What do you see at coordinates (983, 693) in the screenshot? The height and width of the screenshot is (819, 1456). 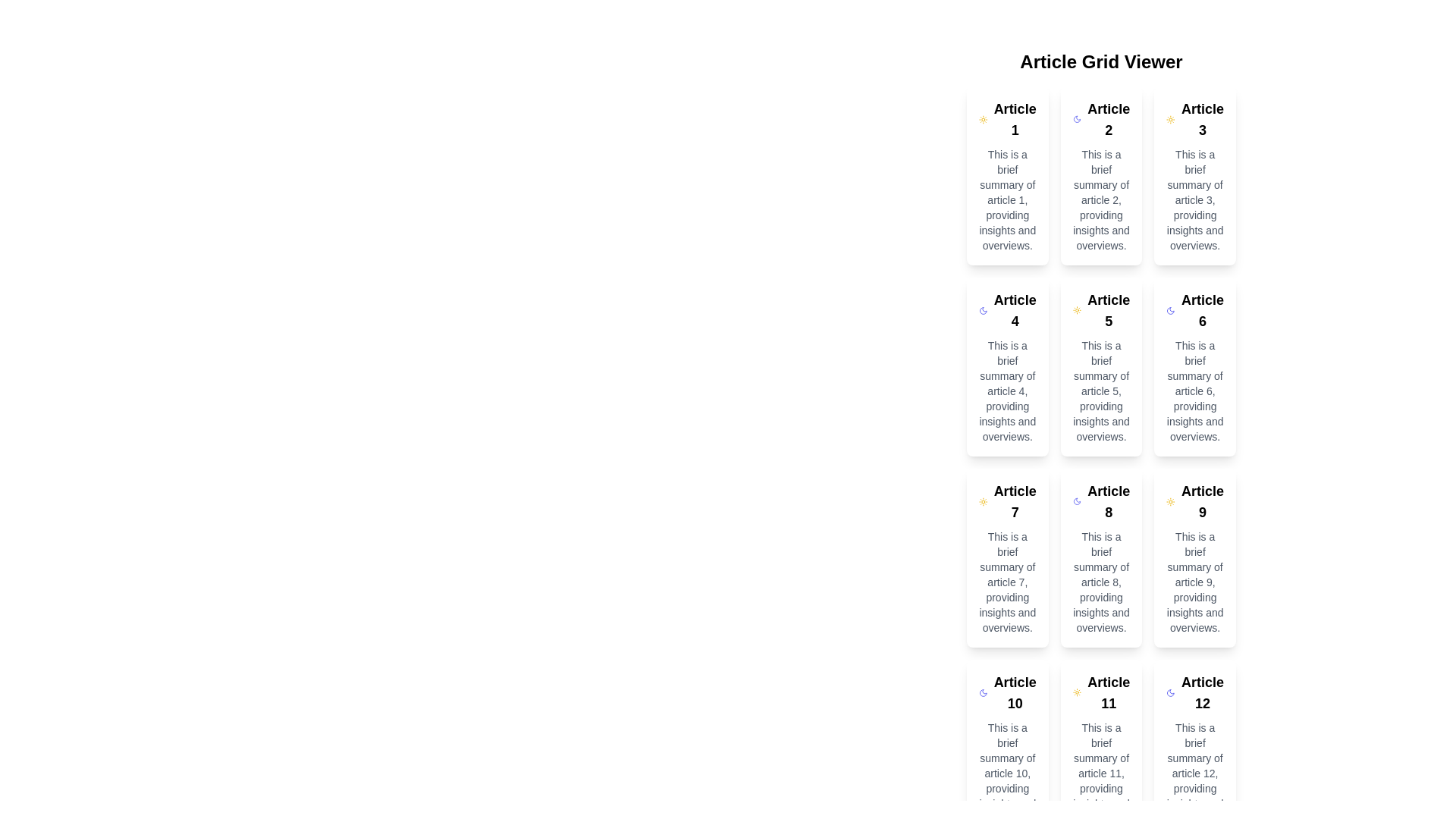 I see `the nighttime mode icon located to the left of the text 'Article 10' in the header of the card situated in the bottom-left corner of the last row in the grid layout` at bounding box center [983, 693].